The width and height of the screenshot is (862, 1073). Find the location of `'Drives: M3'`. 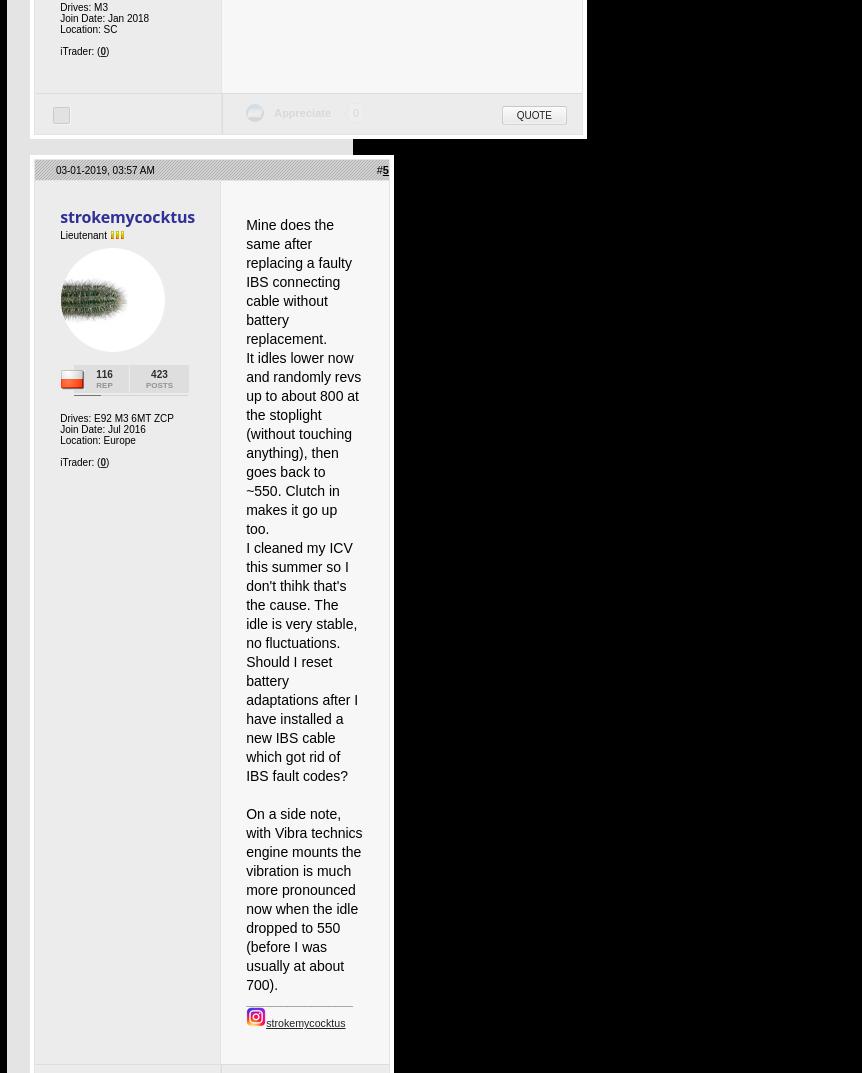

'Drives: M3' is located at coordinates (59, 6).